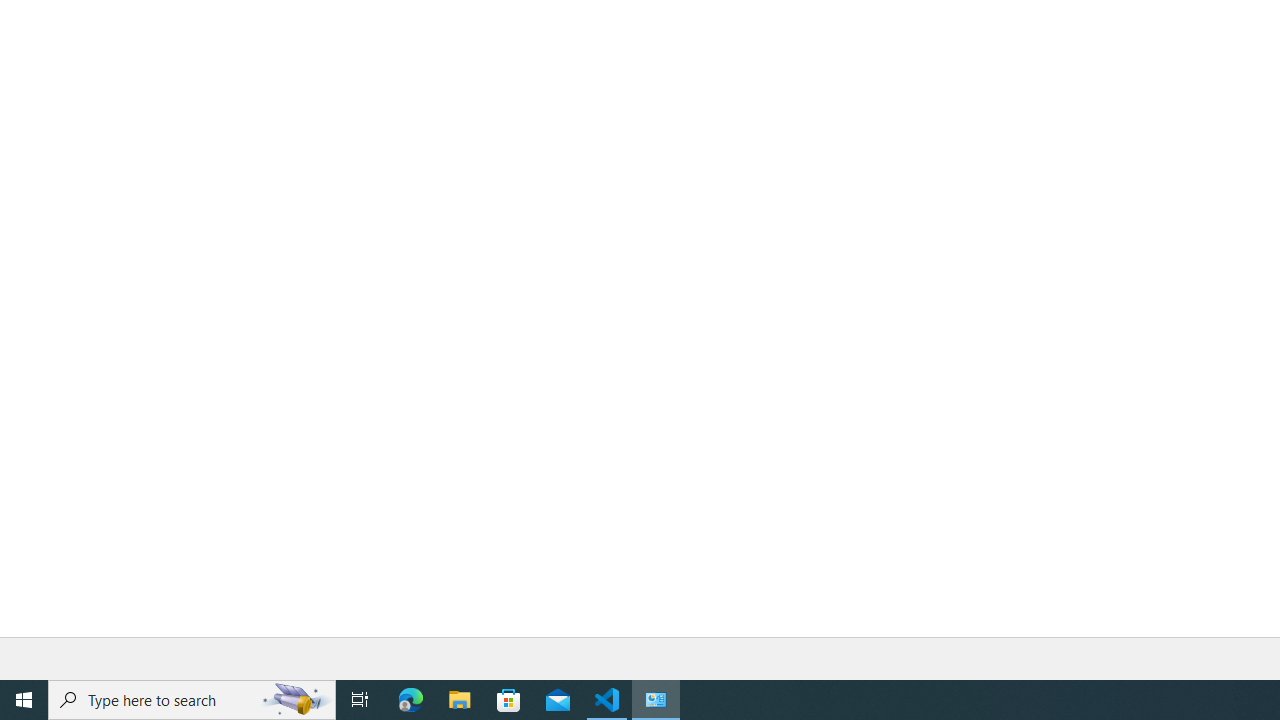 Image resolution: width=1280 pixels, height=720 pixels. Describe the element at coordinates (459, 698) in the screenshot. I see `'File Explorer'` at that location.